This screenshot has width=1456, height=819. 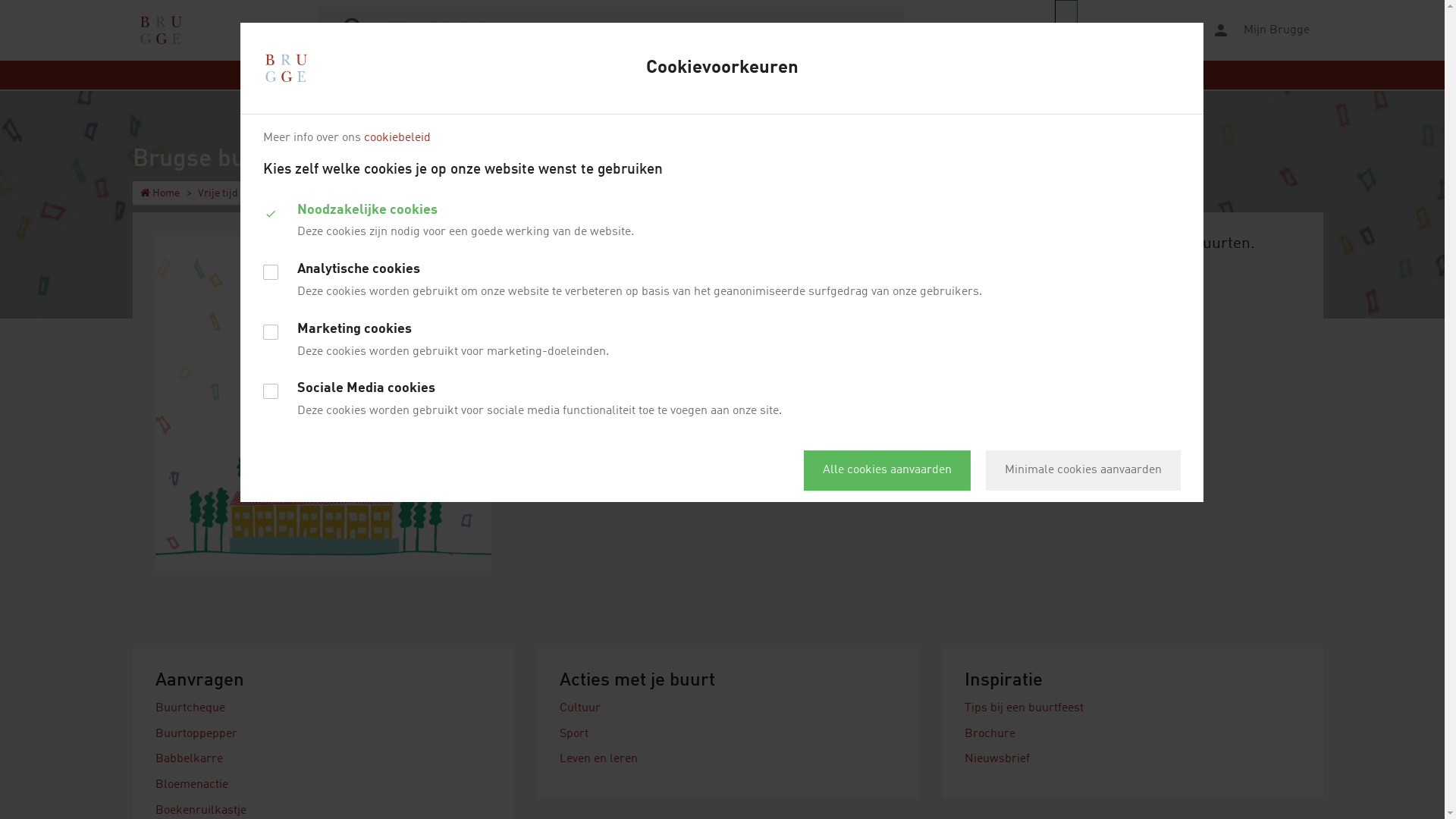 What do you see at coordinates (1024, 708) in the screenshot?
I see `'Tips bij een buurtfeest'` at bounding box center [1024, 708].